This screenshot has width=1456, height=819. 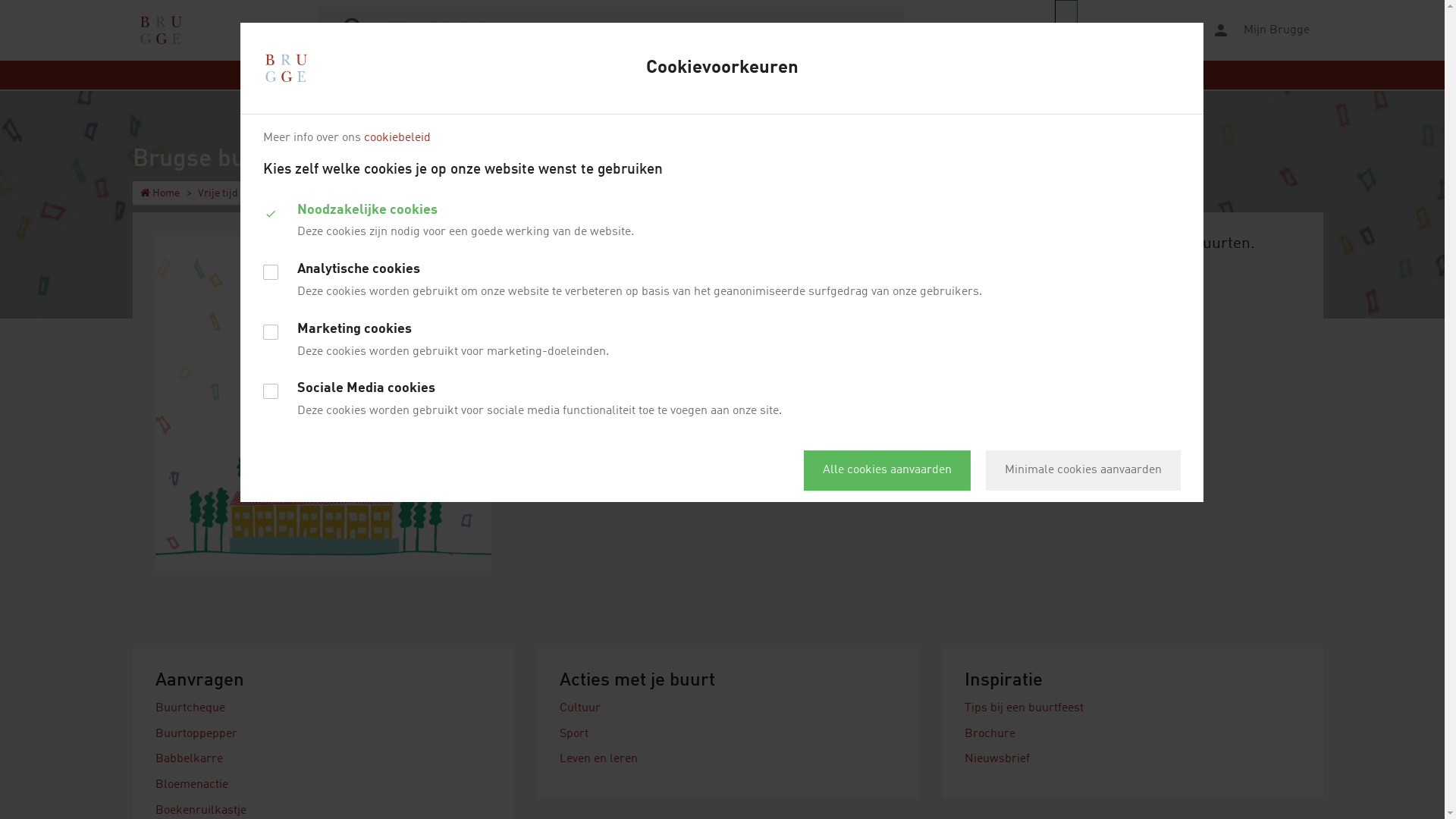 What do you see at coordinates (1024, 708) in the screenshot?
I see `'Tips bij een buurtfeest'` at bounding box center [1024, 708].